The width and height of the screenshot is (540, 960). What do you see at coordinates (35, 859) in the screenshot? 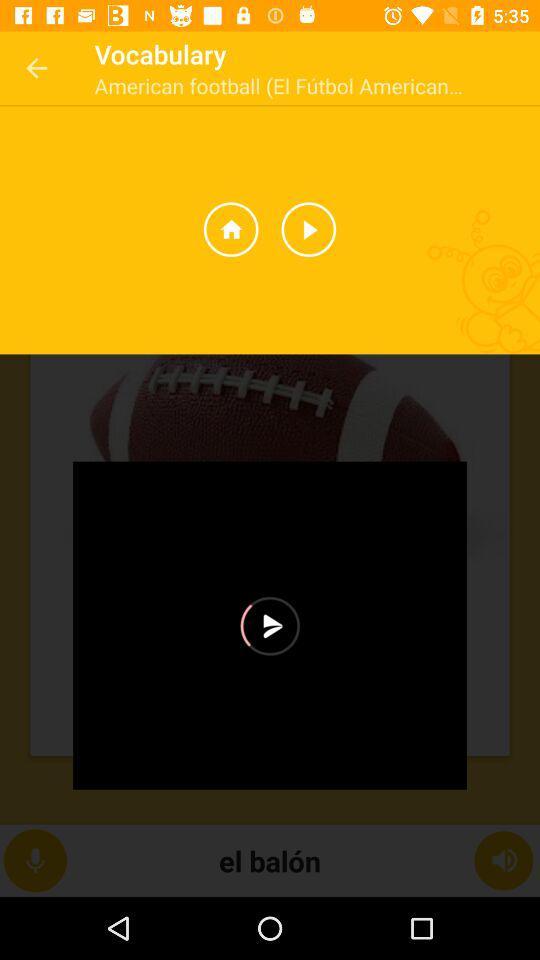
I see `the microphone icon` at bounding box center [35, 859].